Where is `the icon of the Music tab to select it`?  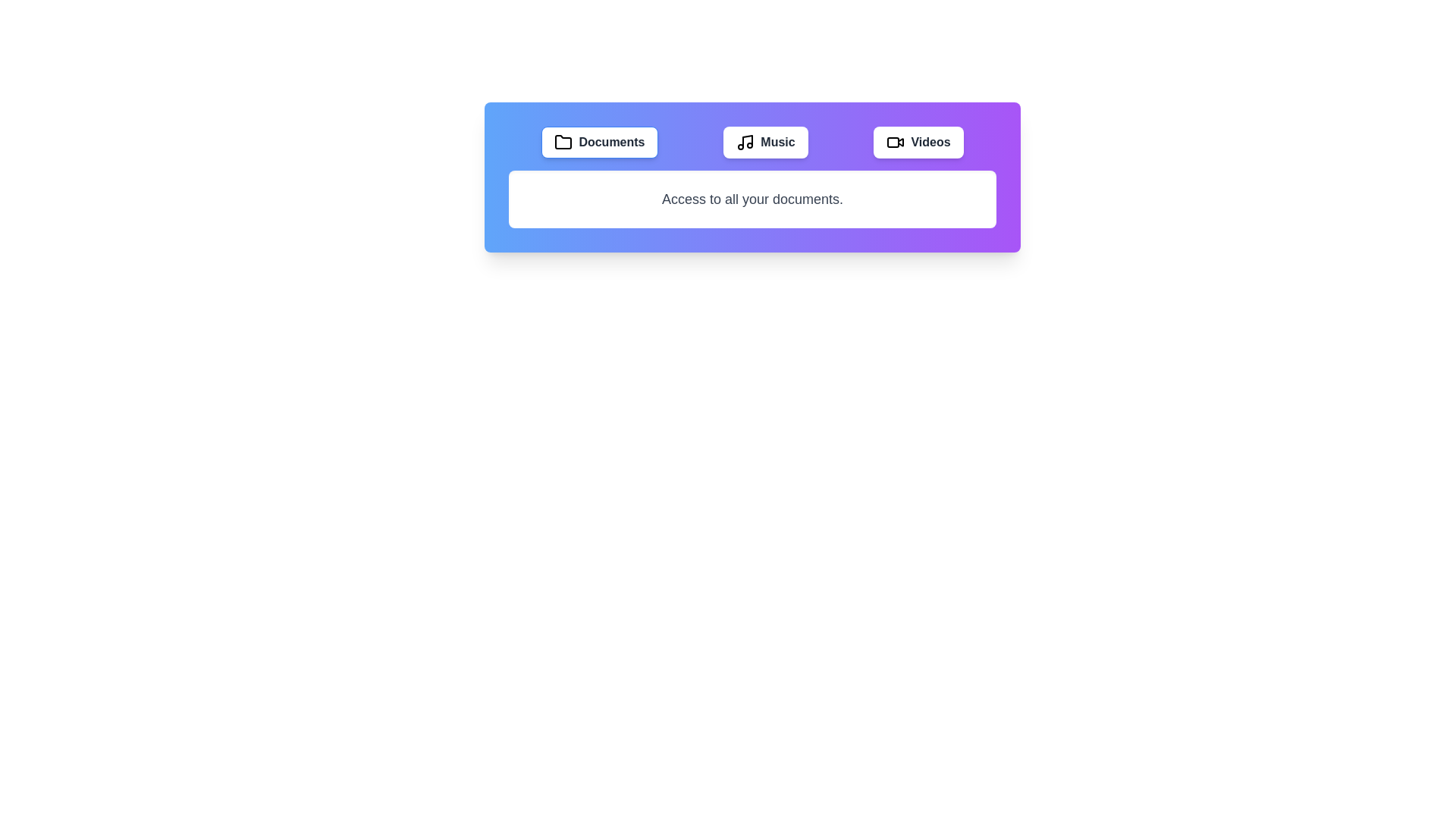
the icon of the Music tab to select it is located at coordinates (745, 143).